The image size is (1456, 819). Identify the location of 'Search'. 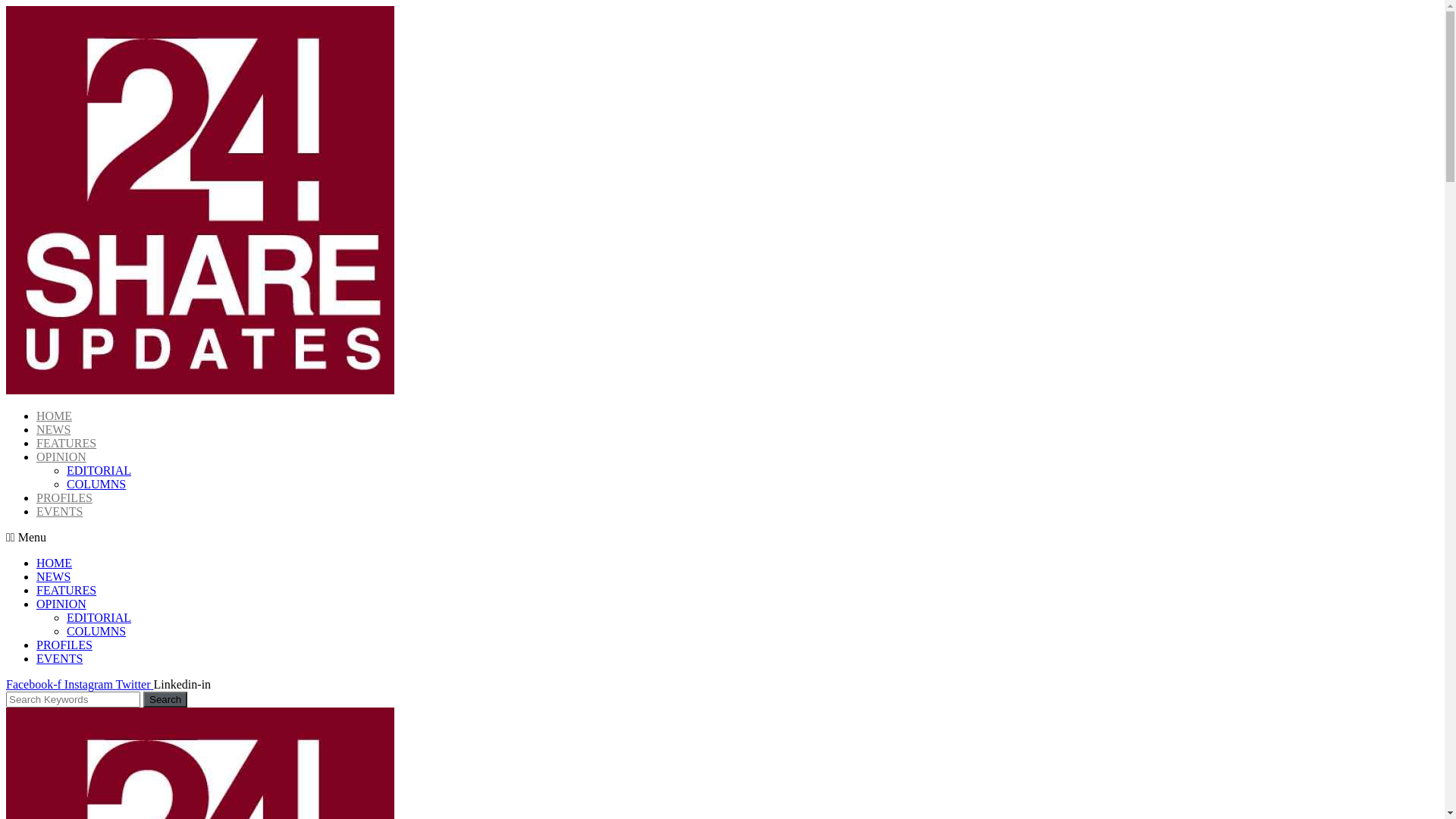
(165, 699).